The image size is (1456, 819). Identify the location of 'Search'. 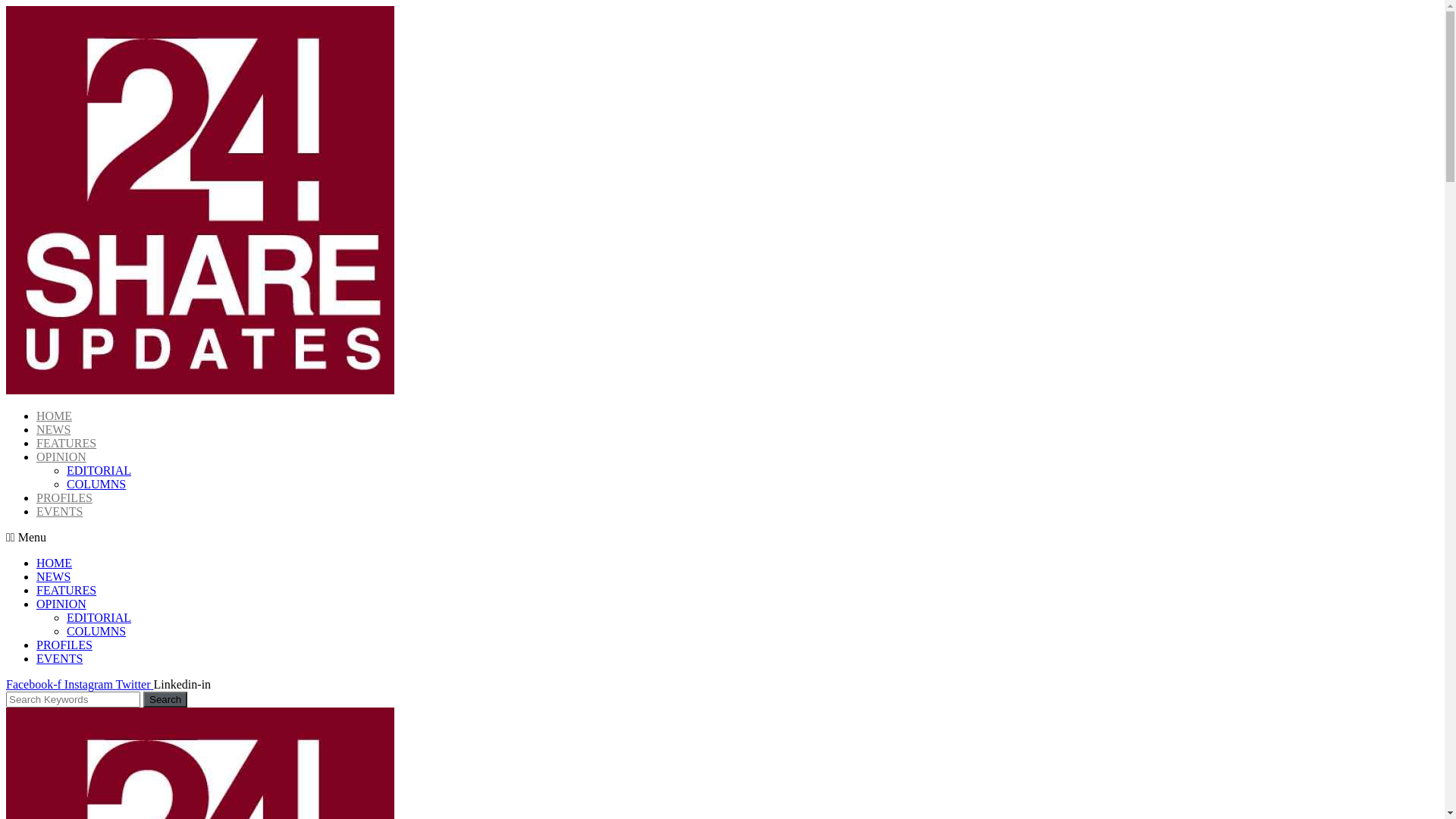
(165, 699).